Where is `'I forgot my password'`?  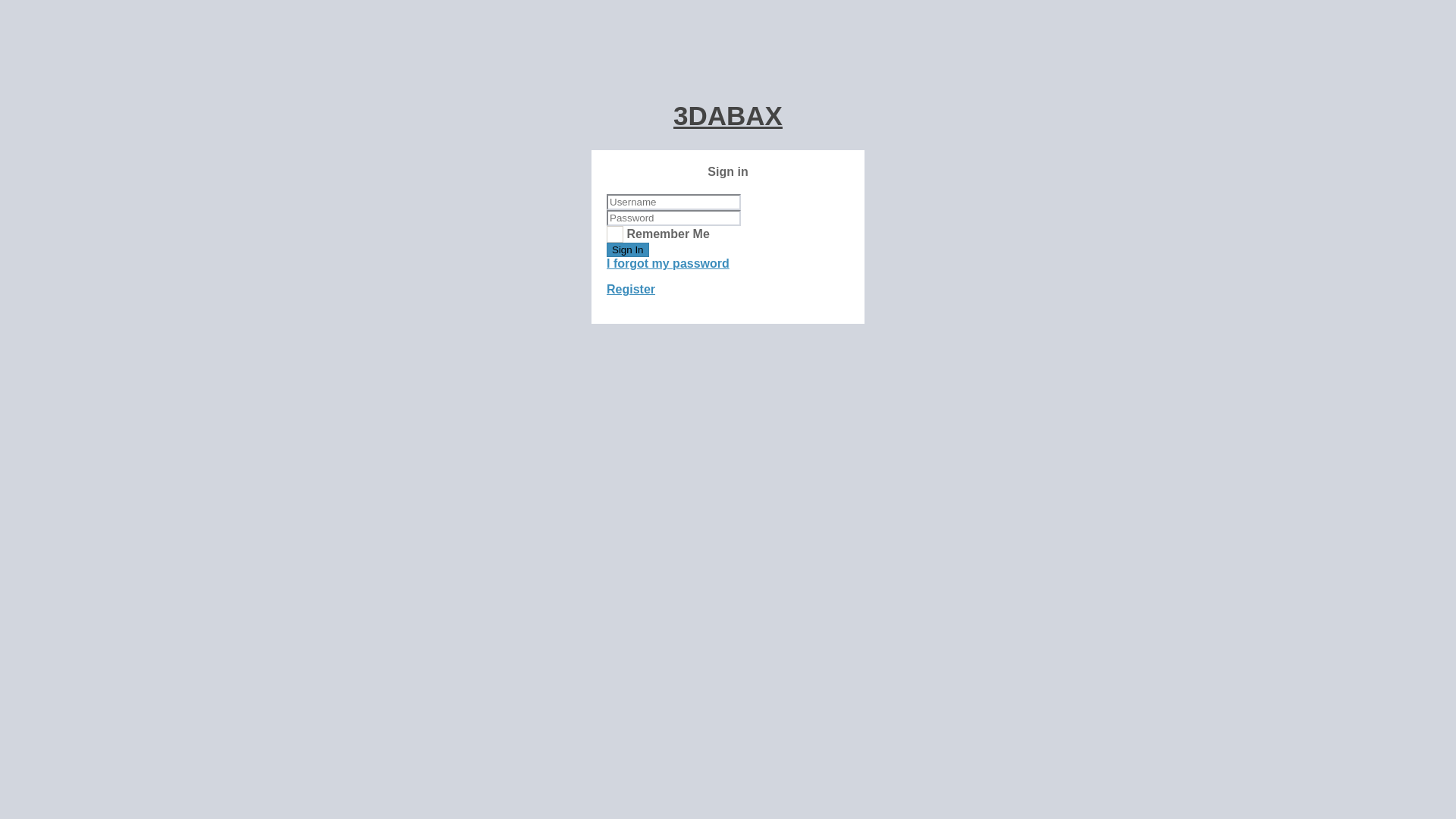
'I forgot my password' is located at coordinates (667, 262).